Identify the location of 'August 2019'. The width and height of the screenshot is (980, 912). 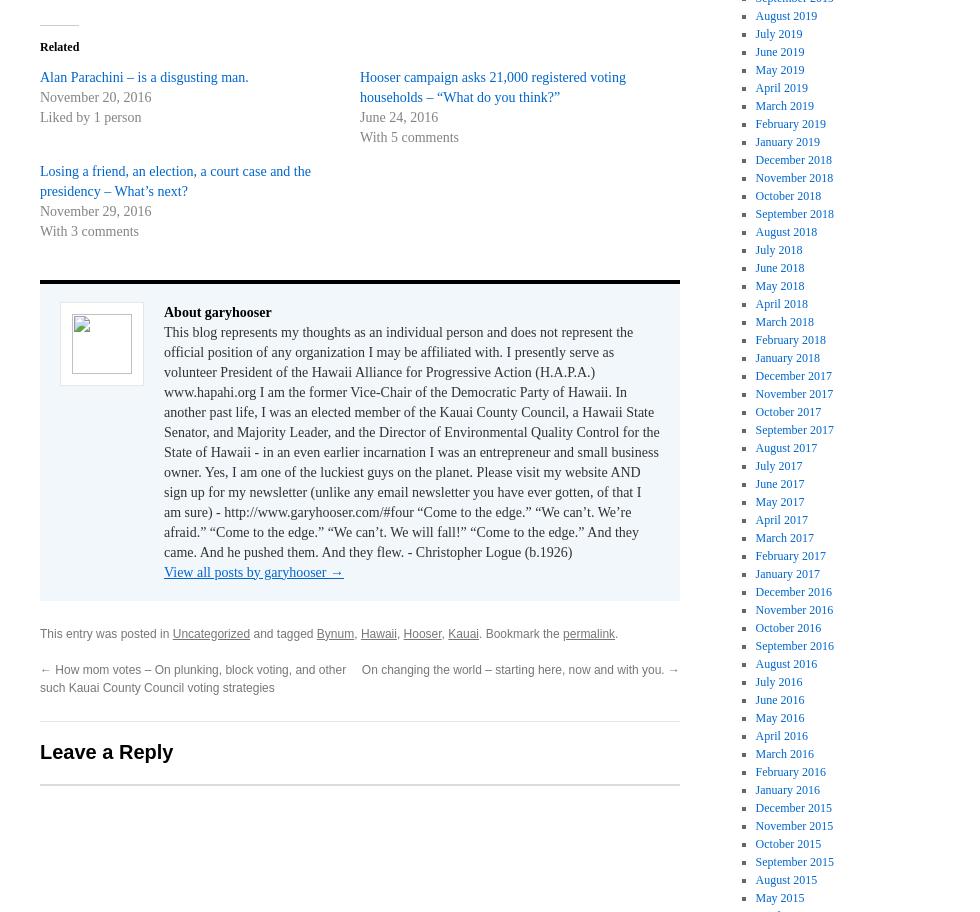
(754, 14).